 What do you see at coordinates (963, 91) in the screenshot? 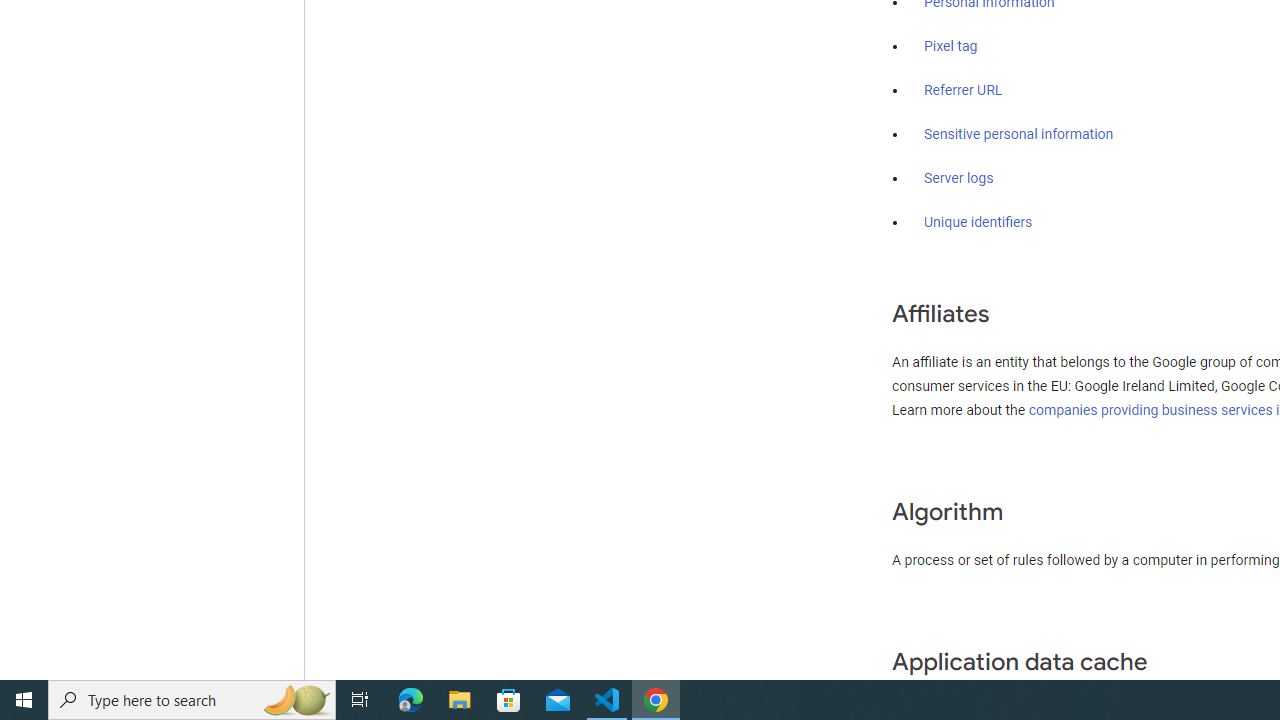
I see `'Referrer URL'` at bounding box center [963, 91].